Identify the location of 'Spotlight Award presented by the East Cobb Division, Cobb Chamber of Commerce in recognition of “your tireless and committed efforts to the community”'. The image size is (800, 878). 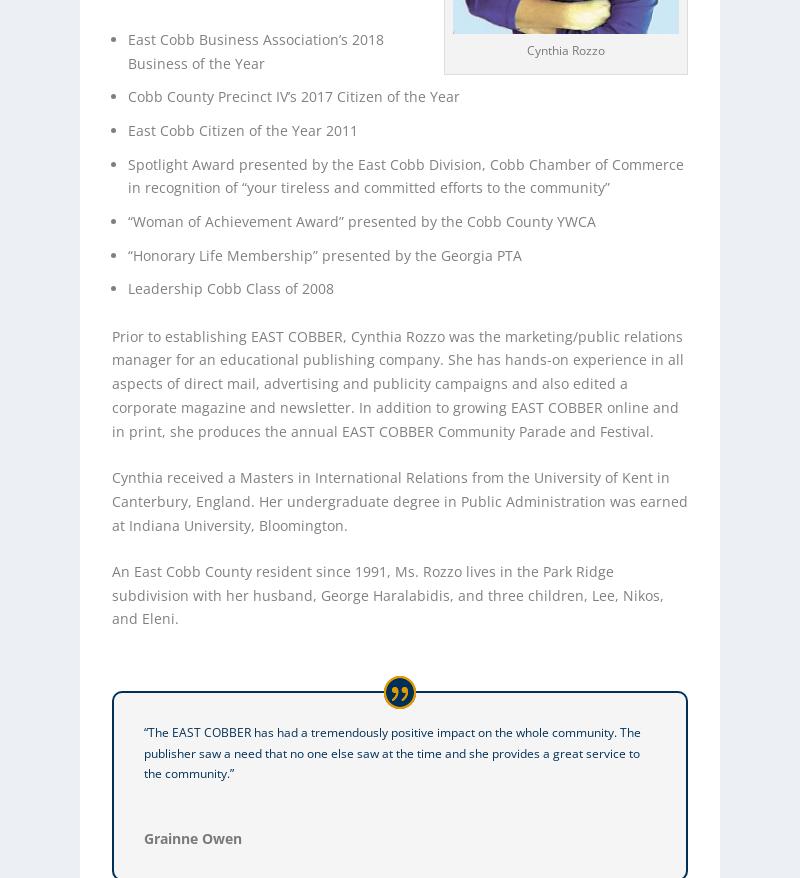
(405, 175).